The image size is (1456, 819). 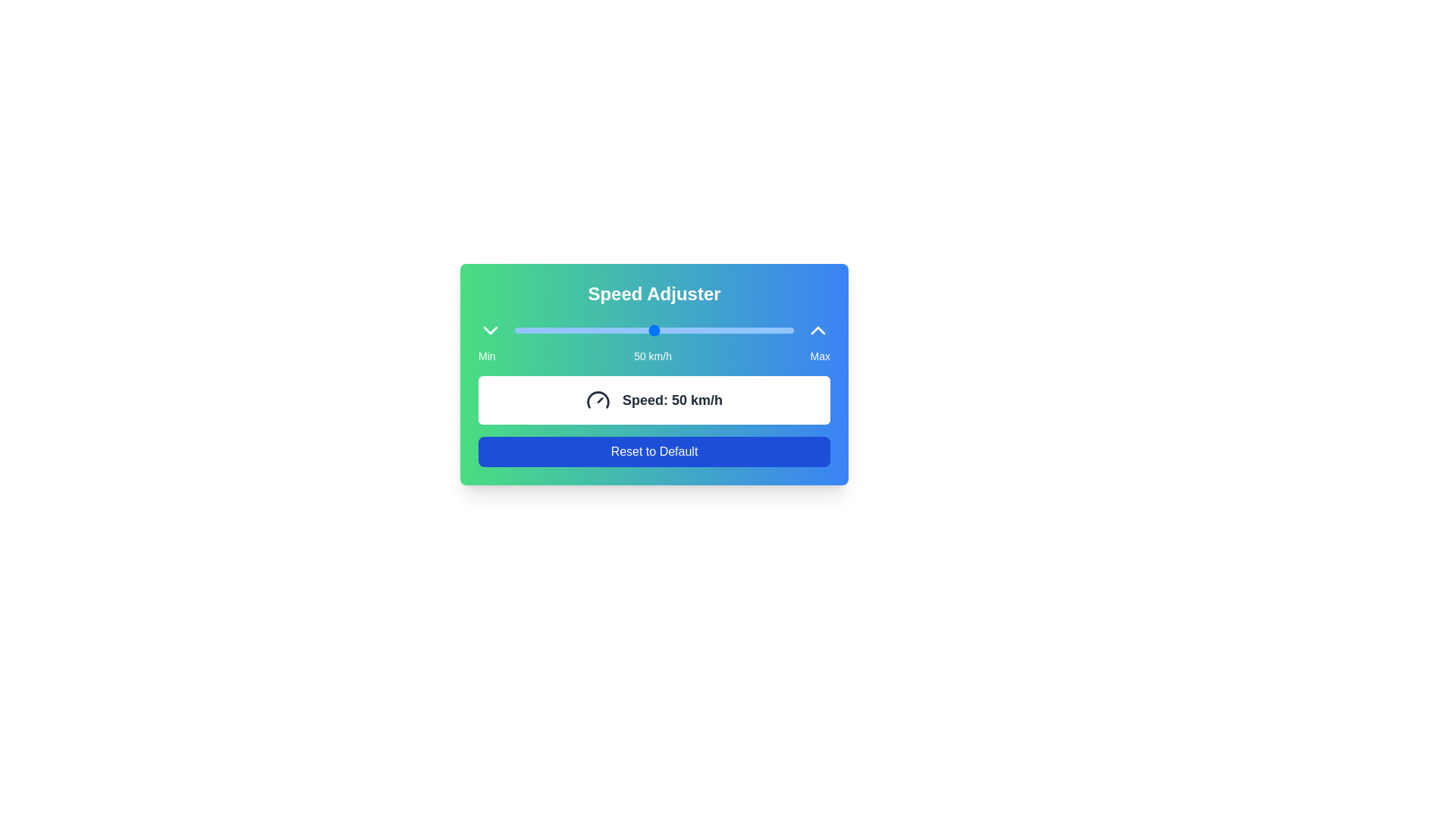 What do you see at coordinates (534, 329) in the screenshot?
I see `the slider value` at bounding box center [534, 329].